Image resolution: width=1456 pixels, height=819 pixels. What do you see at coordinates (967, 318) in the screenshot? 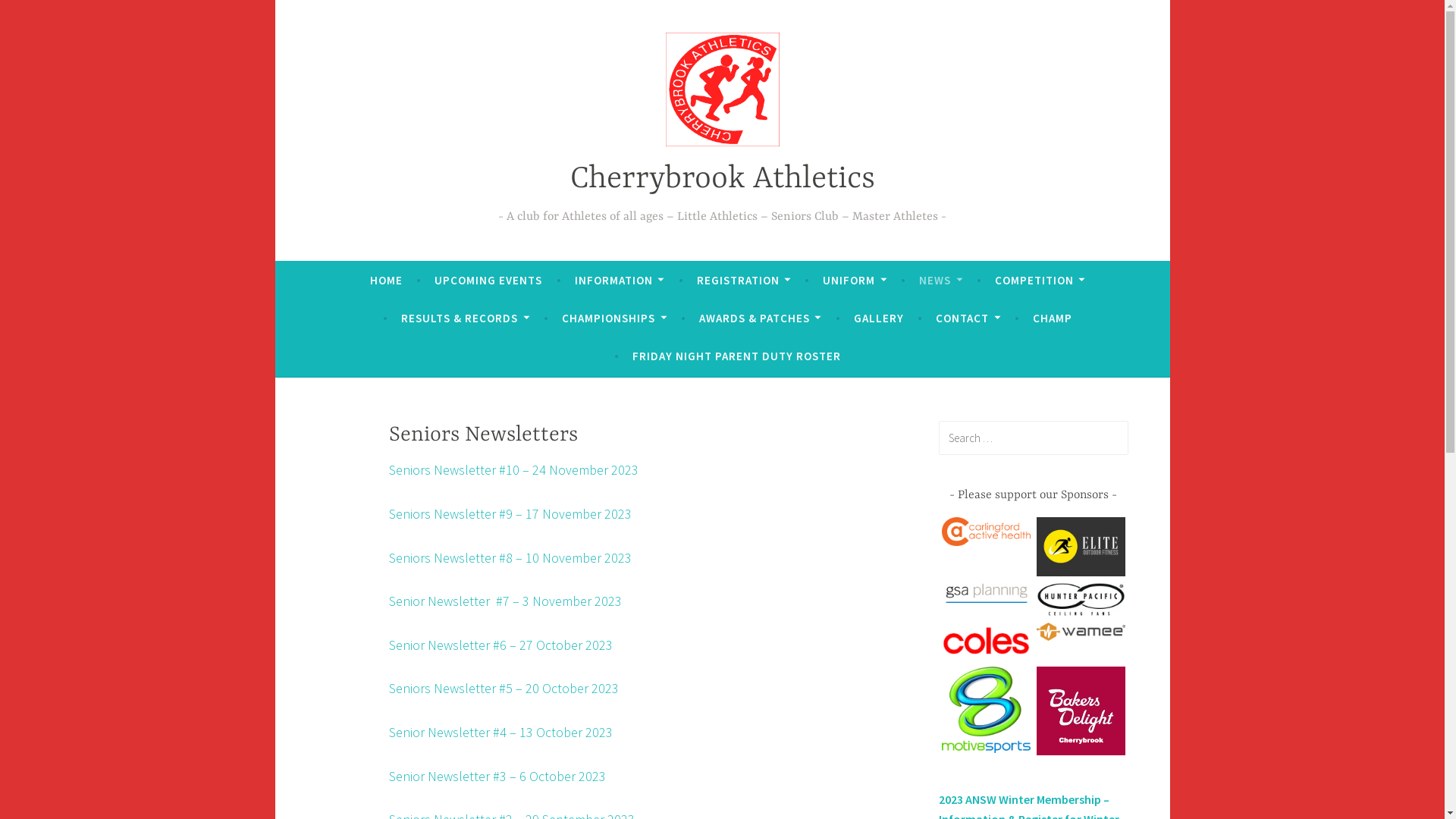
I see `'CONTACT'` at bounding box center [967, 318].